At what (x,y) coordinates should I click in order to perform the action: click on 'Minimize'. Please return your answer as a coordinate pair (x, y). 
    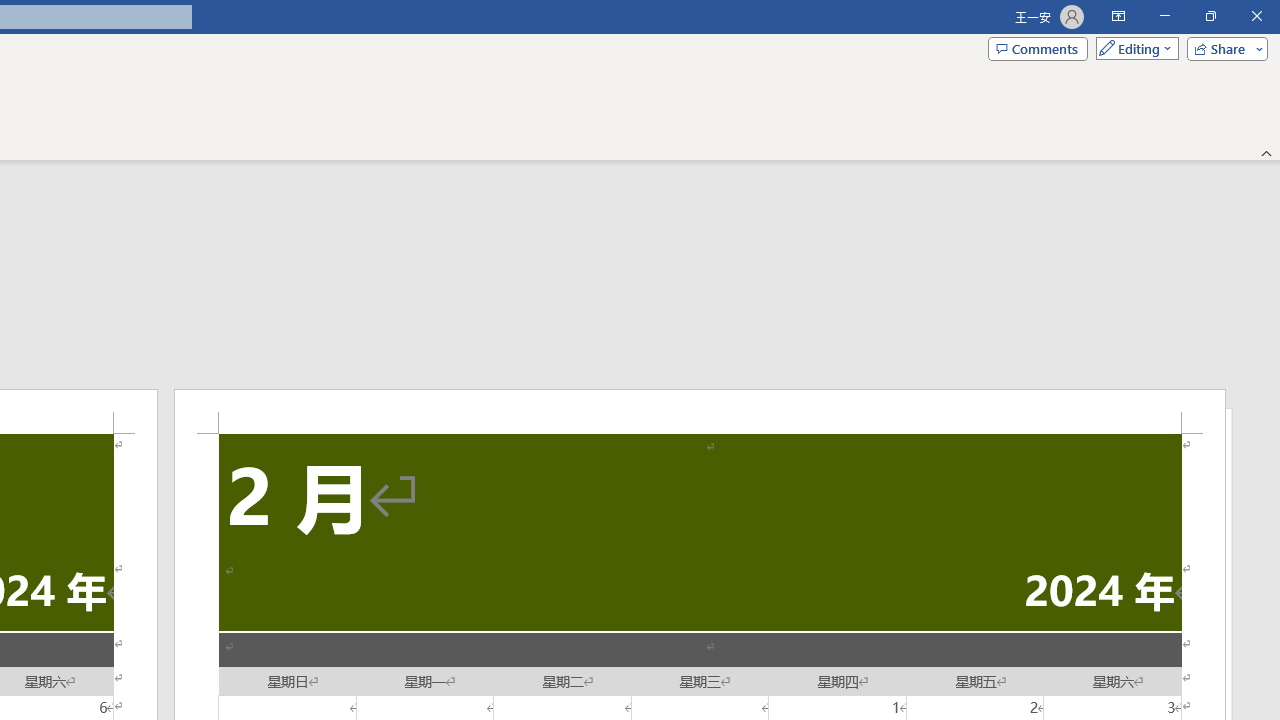
    Looking at the image, I should click on (1164, 16).